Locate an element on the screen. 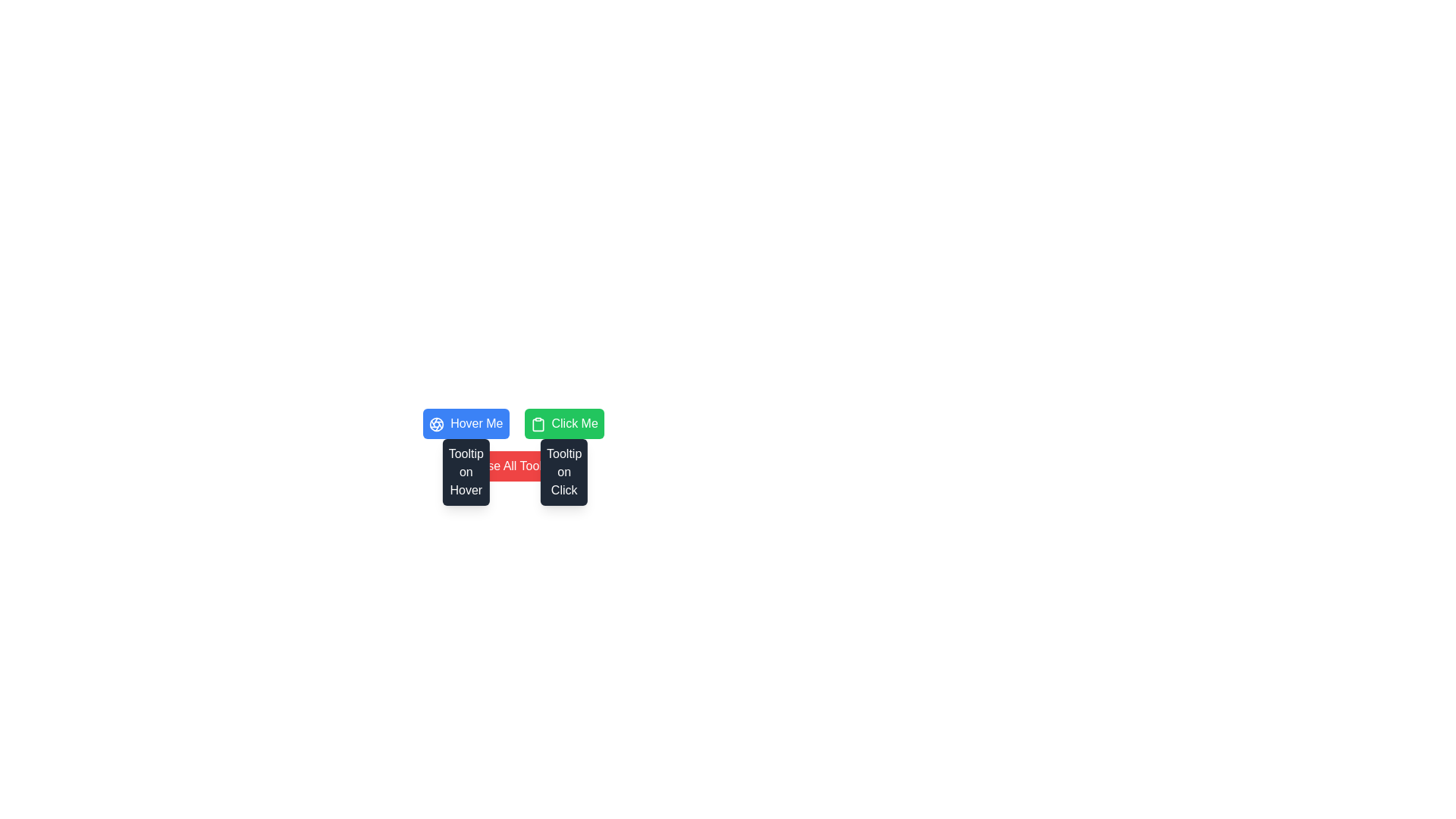  the button located in the first column and first row of the grid layout, which is positioned to the left of the green 'Click Me' button is located at coordinates (465, 424).